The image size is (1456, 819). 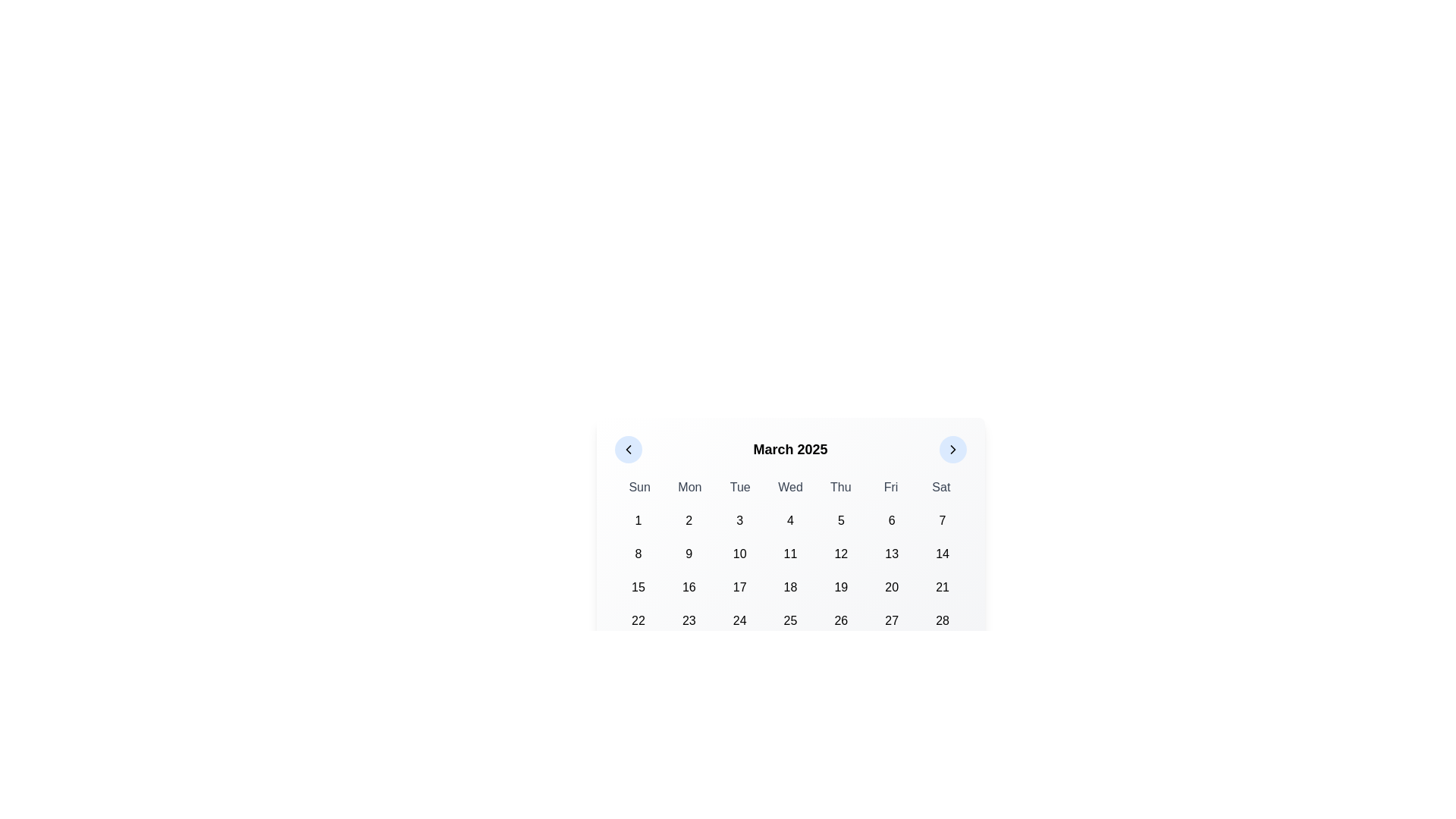 I want to click on the square-shaped button labeled '4' in the calendar interface for keyboard interactions, so click(x=789, y=519).